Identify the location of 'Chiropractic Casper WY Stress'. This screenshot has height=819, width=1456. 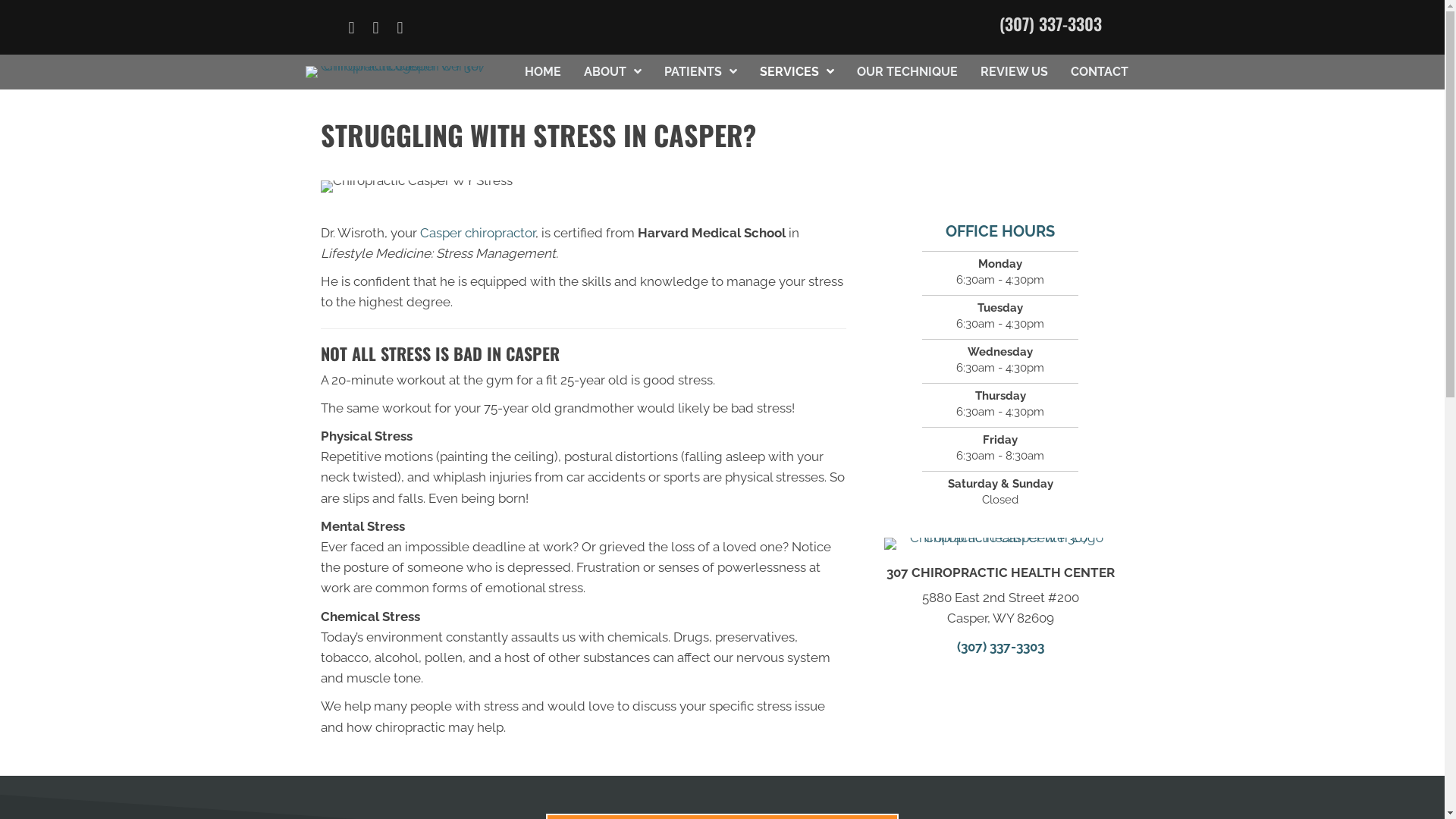
(319, 186).